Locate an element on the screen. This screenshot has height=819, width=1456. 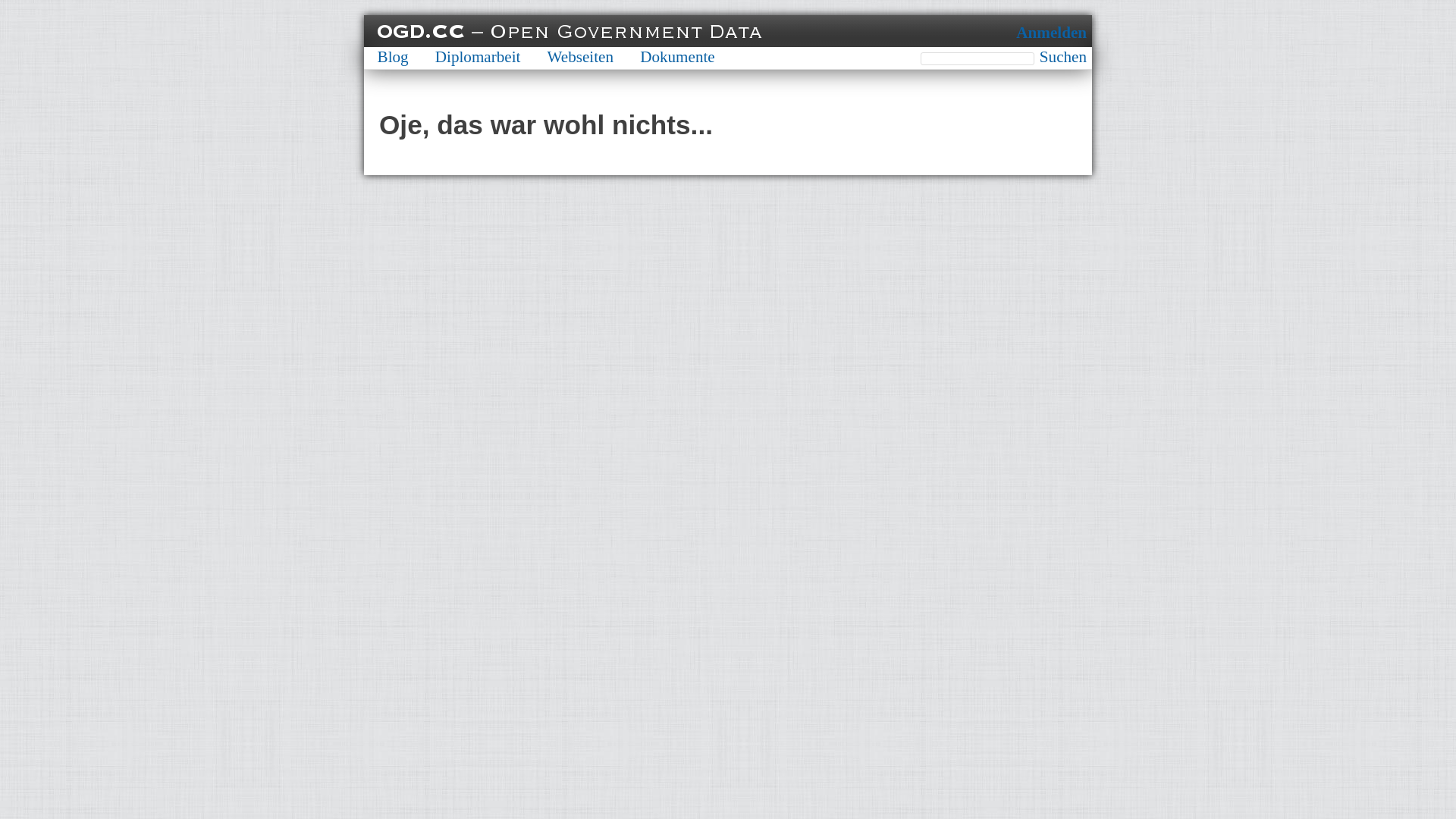
'Blog' is located at coordinates (378, 55).